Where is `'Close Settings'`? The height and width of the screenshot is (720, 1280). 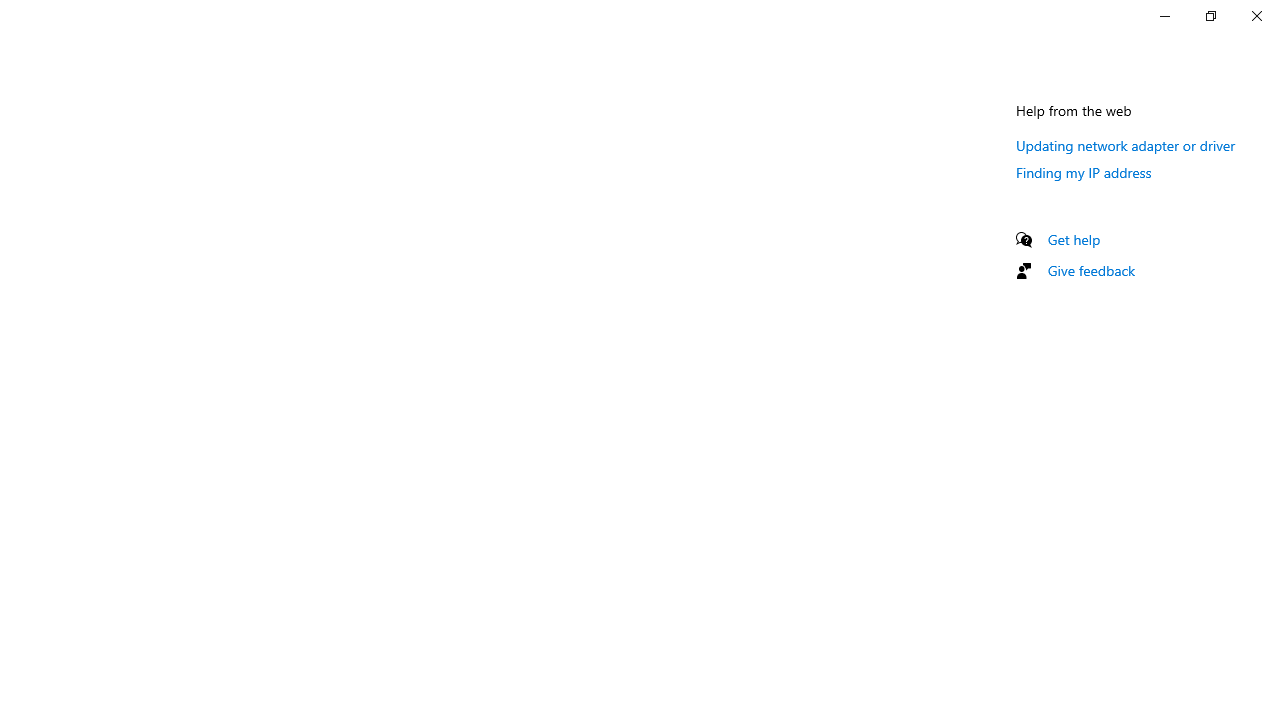
'Close Settings' is located at coordinates (1255, 15).